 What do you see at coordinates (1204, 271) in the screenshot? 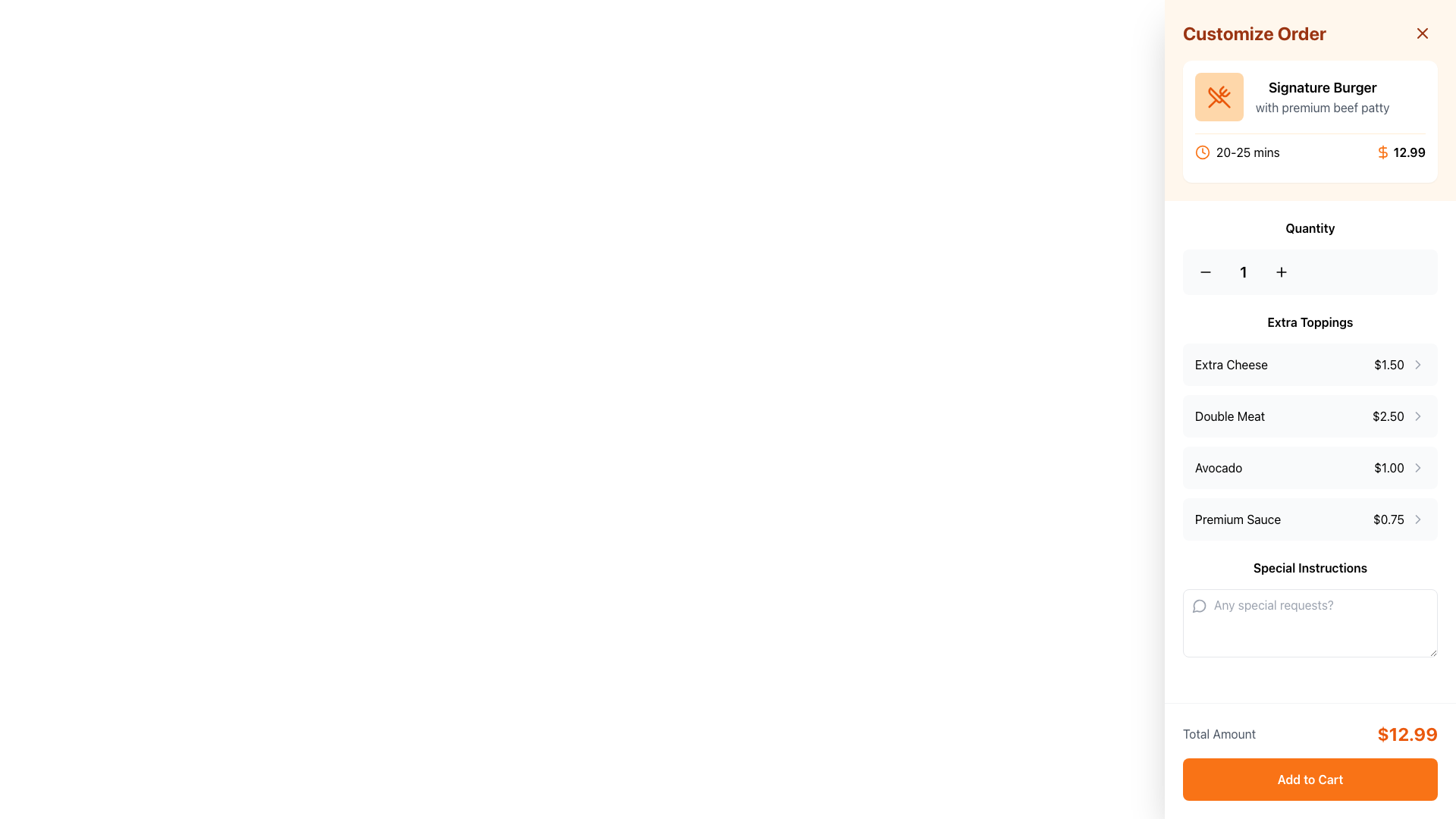
I see `the decrement button for the quantity selector located to the left of the quantity value '1' to change its background` at bounding box center [1204, 271].